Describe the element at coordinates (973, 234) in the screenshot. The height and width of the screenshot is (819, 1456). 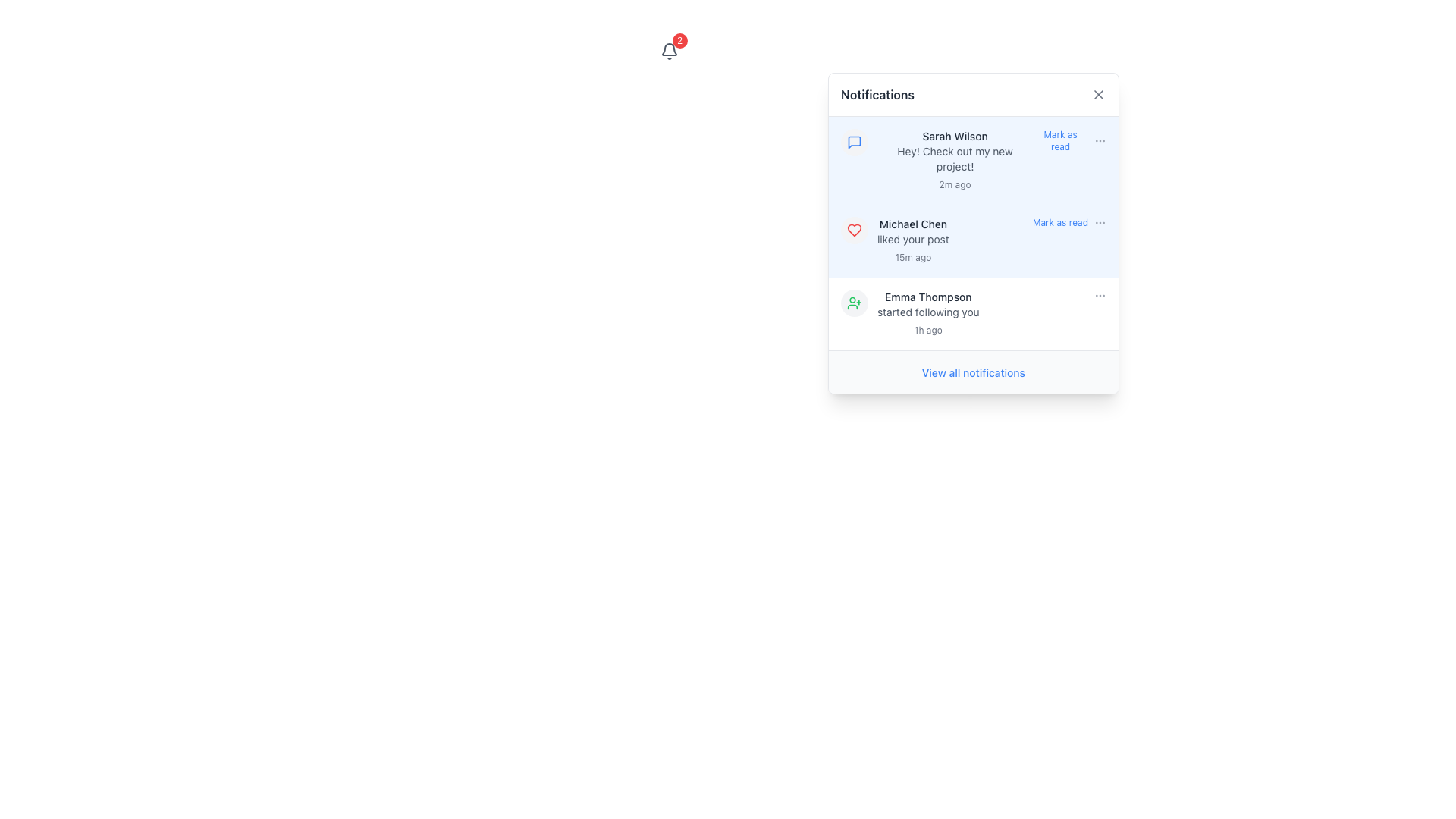
I see `the second notification item in the dropdown notifications menu` at that location.